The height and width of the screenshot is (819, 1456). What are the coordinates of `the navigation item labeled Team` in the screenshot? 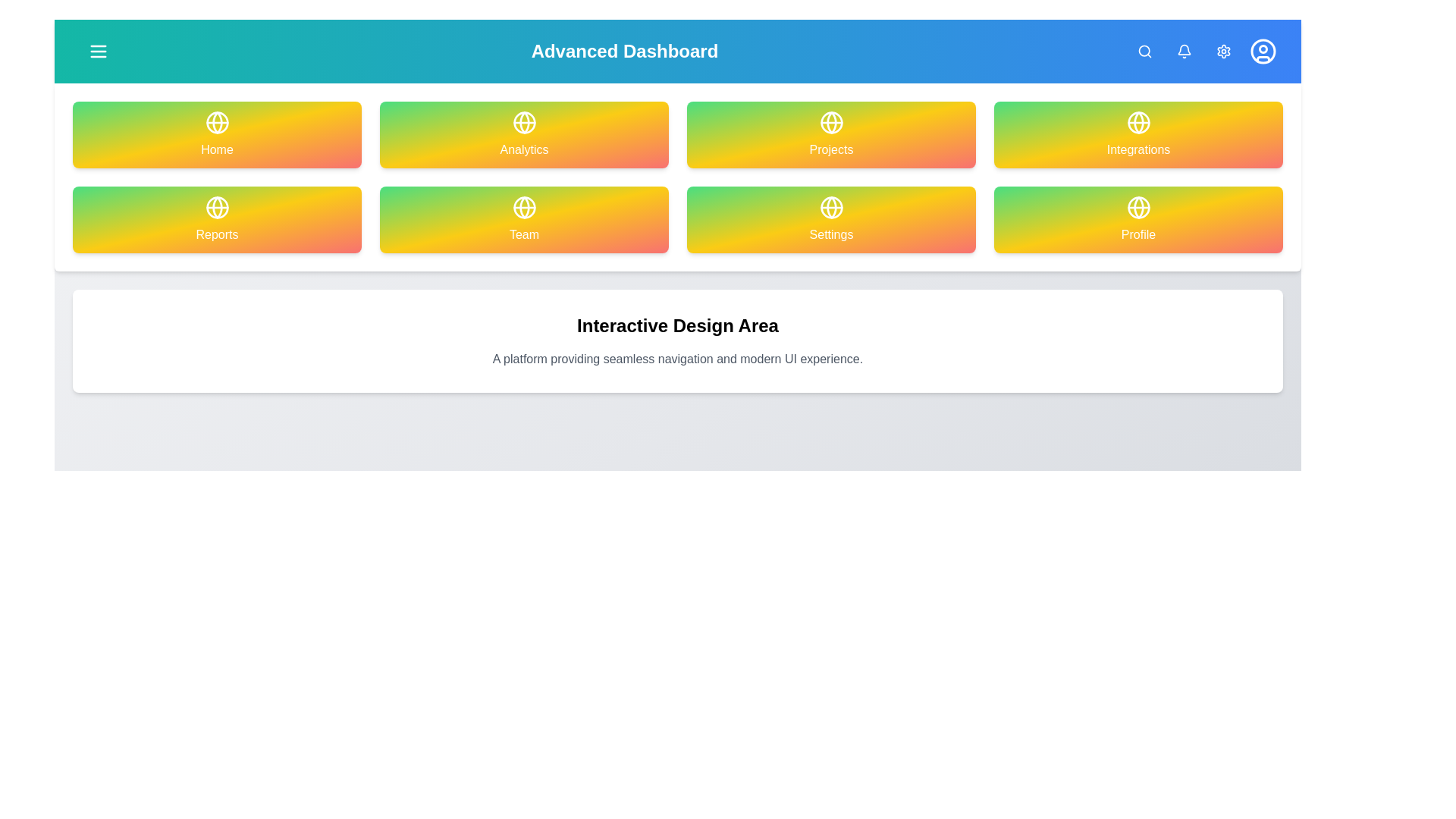 It's located at (524, 219).